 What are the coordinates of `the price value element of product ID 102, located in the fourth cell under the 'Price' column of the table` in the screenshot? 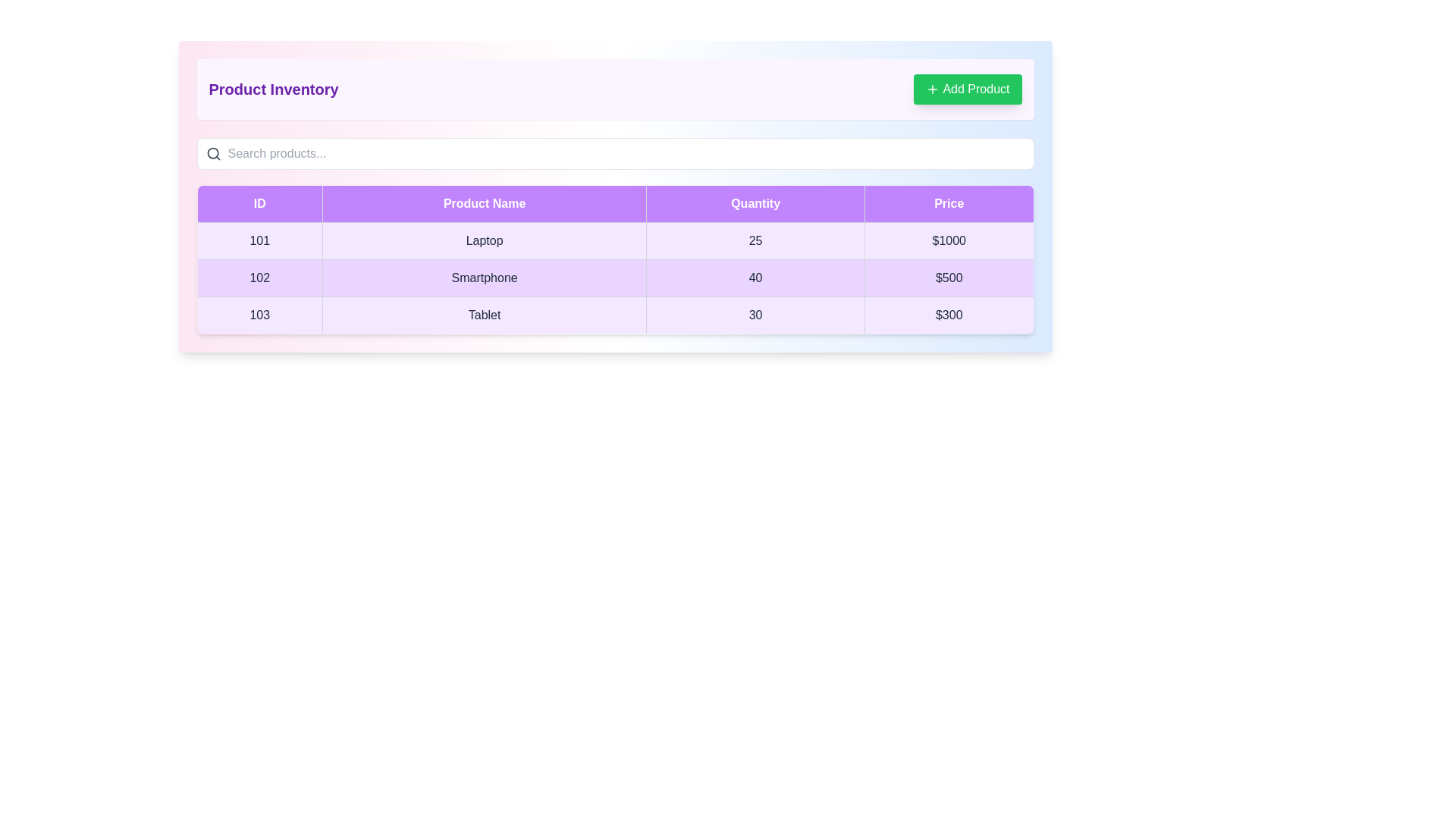 It's located at (948, 278).